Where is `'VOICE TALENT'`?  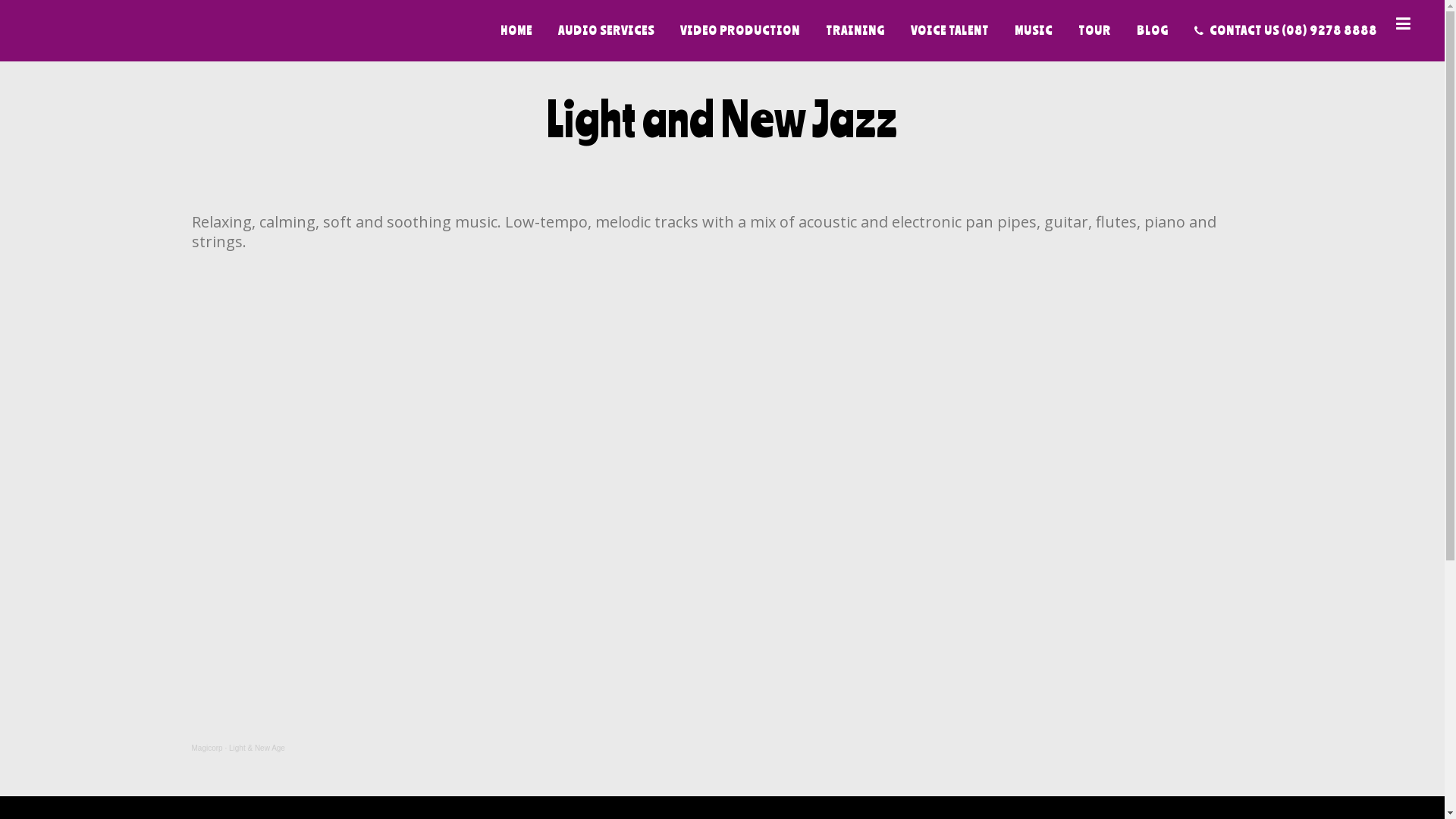 'VOICE TALENT' is located at coordinates (949, 30).